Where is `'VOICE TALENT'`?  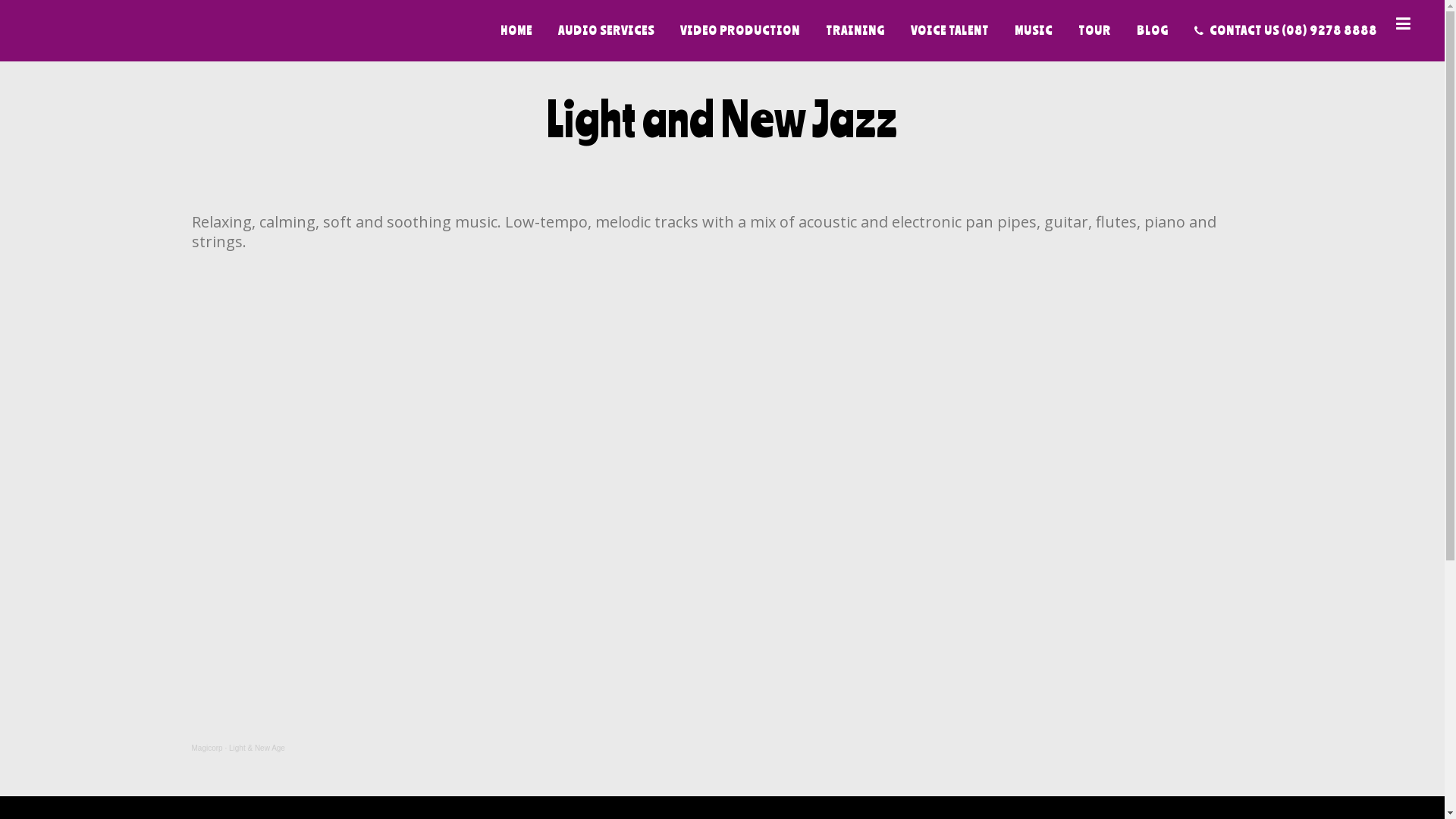 'VOICE TALENT' is located at coordinates (949, 30).